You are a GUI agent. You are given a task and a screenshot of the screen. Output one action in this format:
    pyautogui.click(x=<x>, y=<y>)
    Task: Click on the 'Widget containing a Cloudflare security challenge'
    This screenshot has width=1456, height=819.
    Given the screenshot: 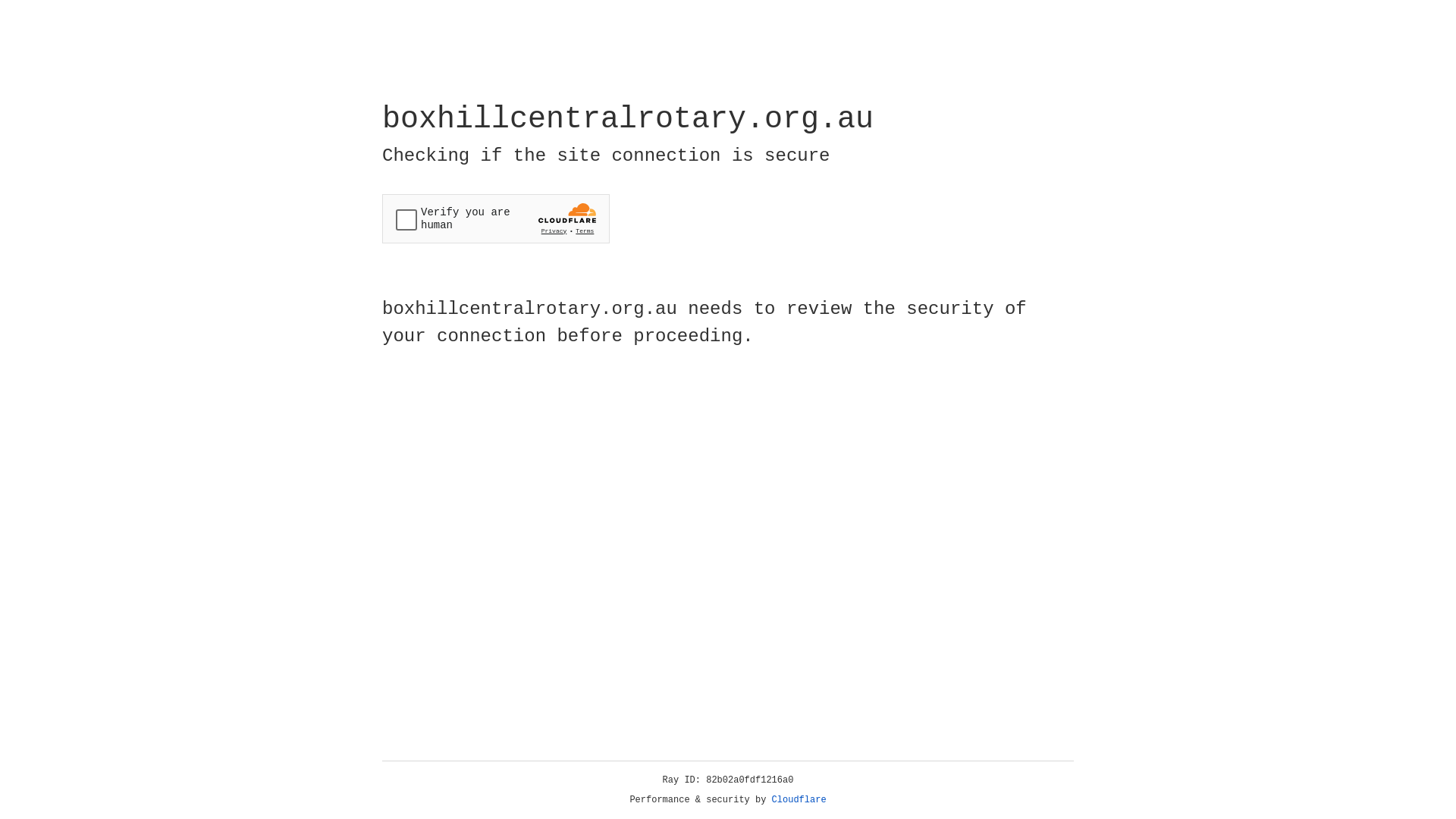 What is the action you would take?
    pyautogui.click(x=495, y=218)
    